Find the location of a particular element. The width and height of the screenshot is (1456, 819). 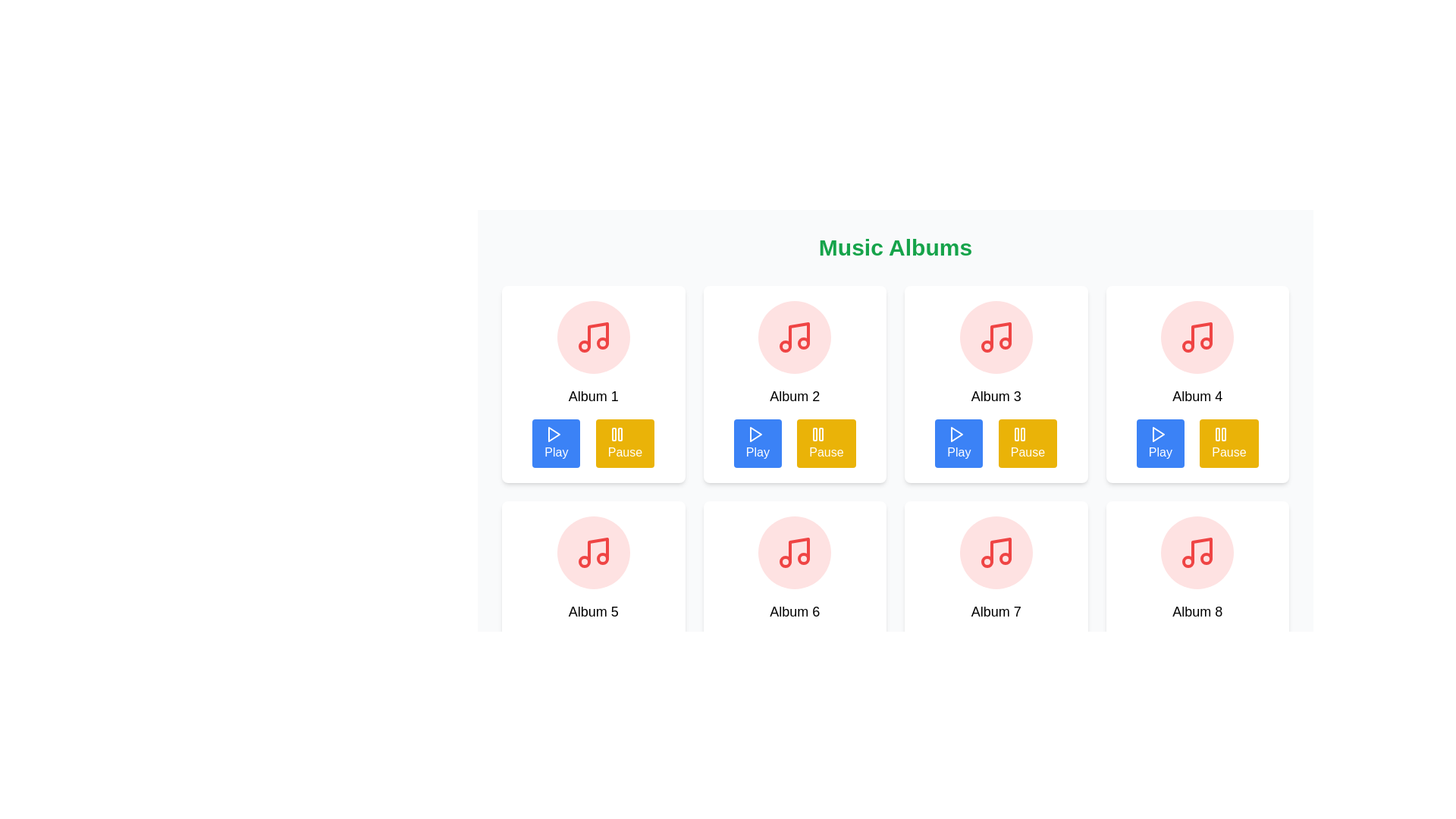

the 'Play' button located in the control panel of 'Album 1' to initiate playback is located at coordinates (592, 444).